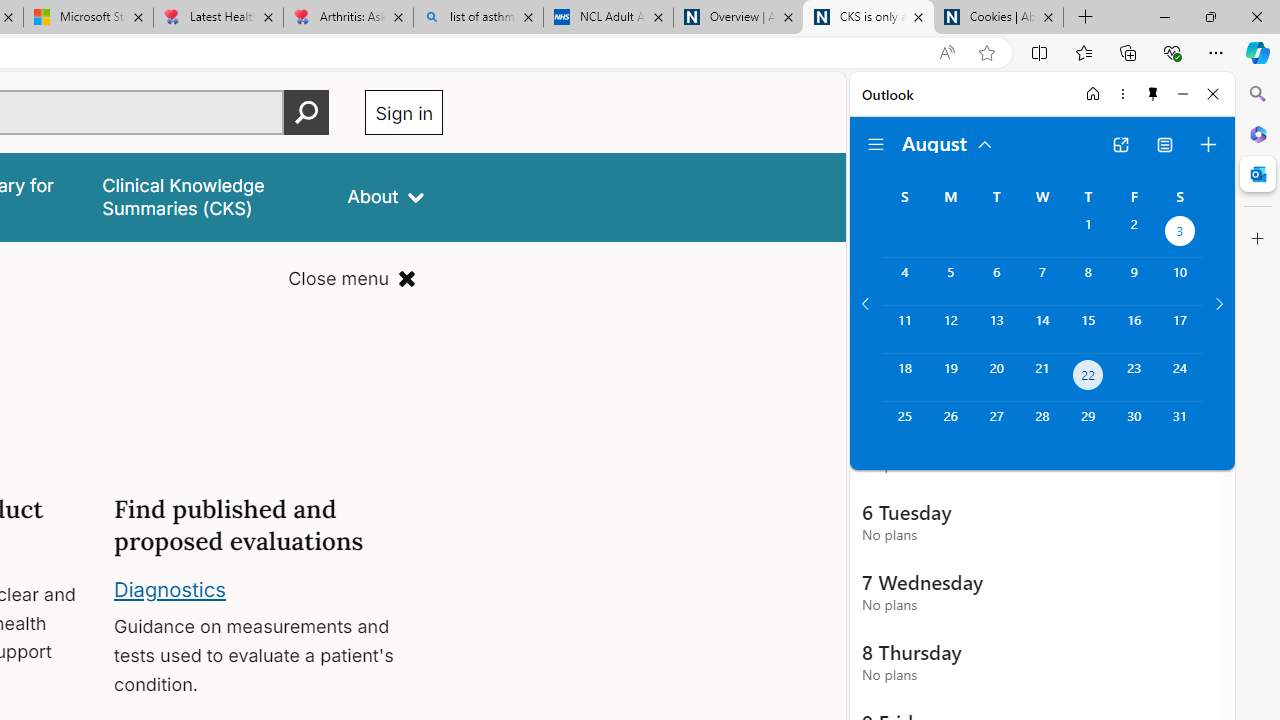  What do you see at coordinates (903, 424) in the screenshot?
I see `'Sunday, August 25, 2024. '` at bounding box center [903, 424].